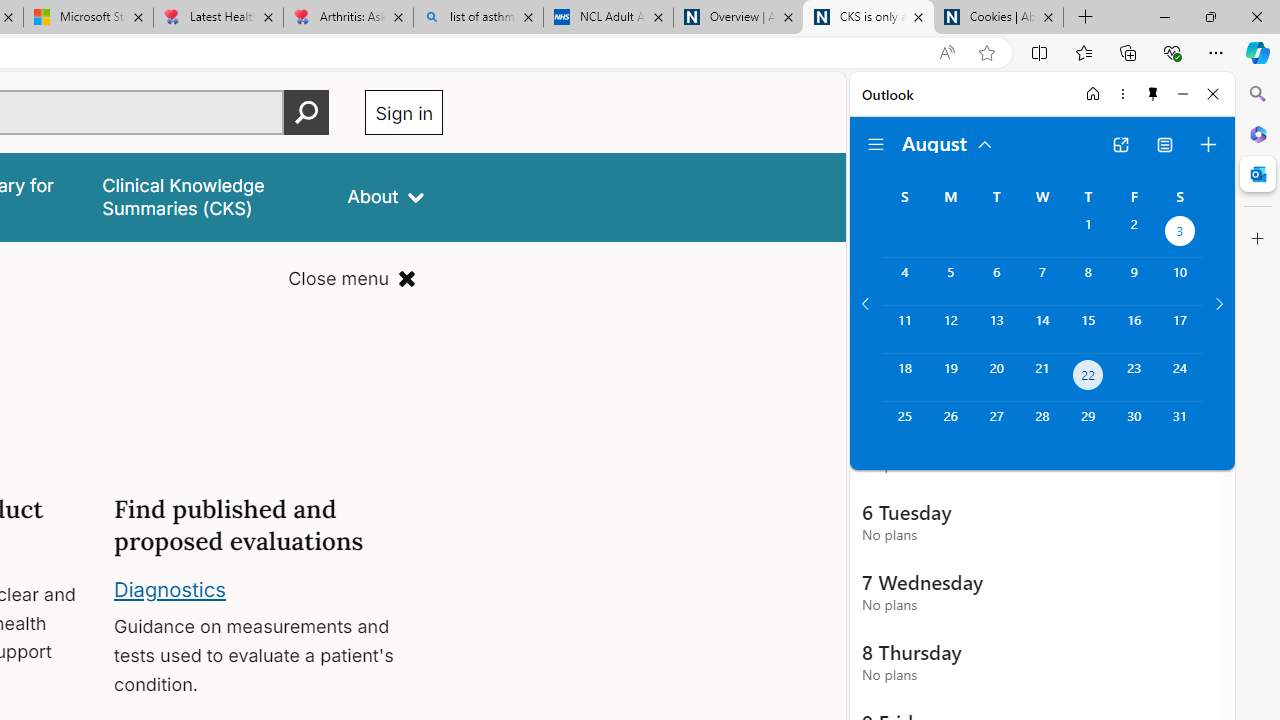  What do you see at coordinates (903, 424) in the screenshot?
I see `'Sunday, August 25, 2024. '` at bounding box center [903, 424].